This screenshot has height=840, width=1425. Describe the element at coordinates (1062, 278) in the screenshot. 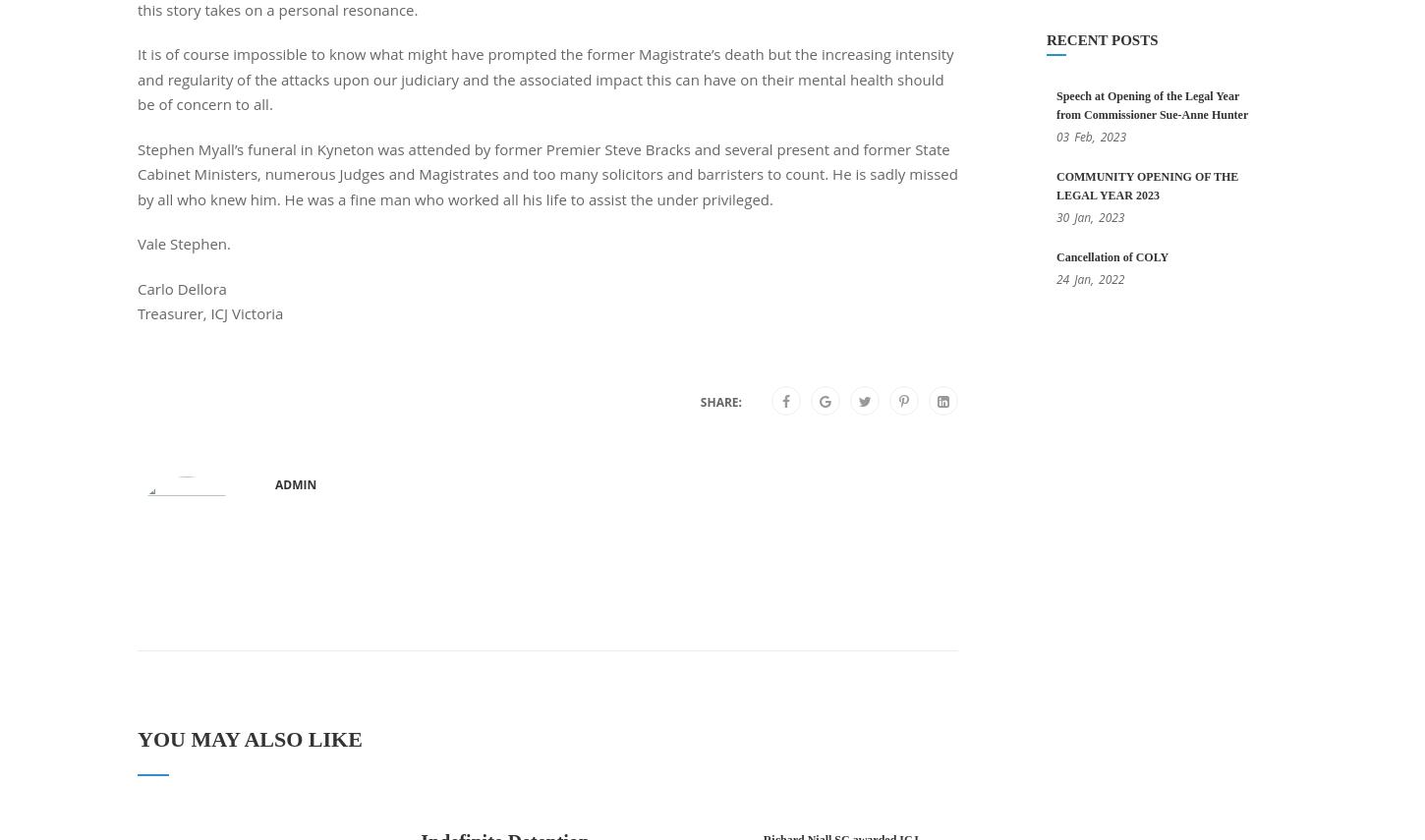

I see `'24'` at that location.